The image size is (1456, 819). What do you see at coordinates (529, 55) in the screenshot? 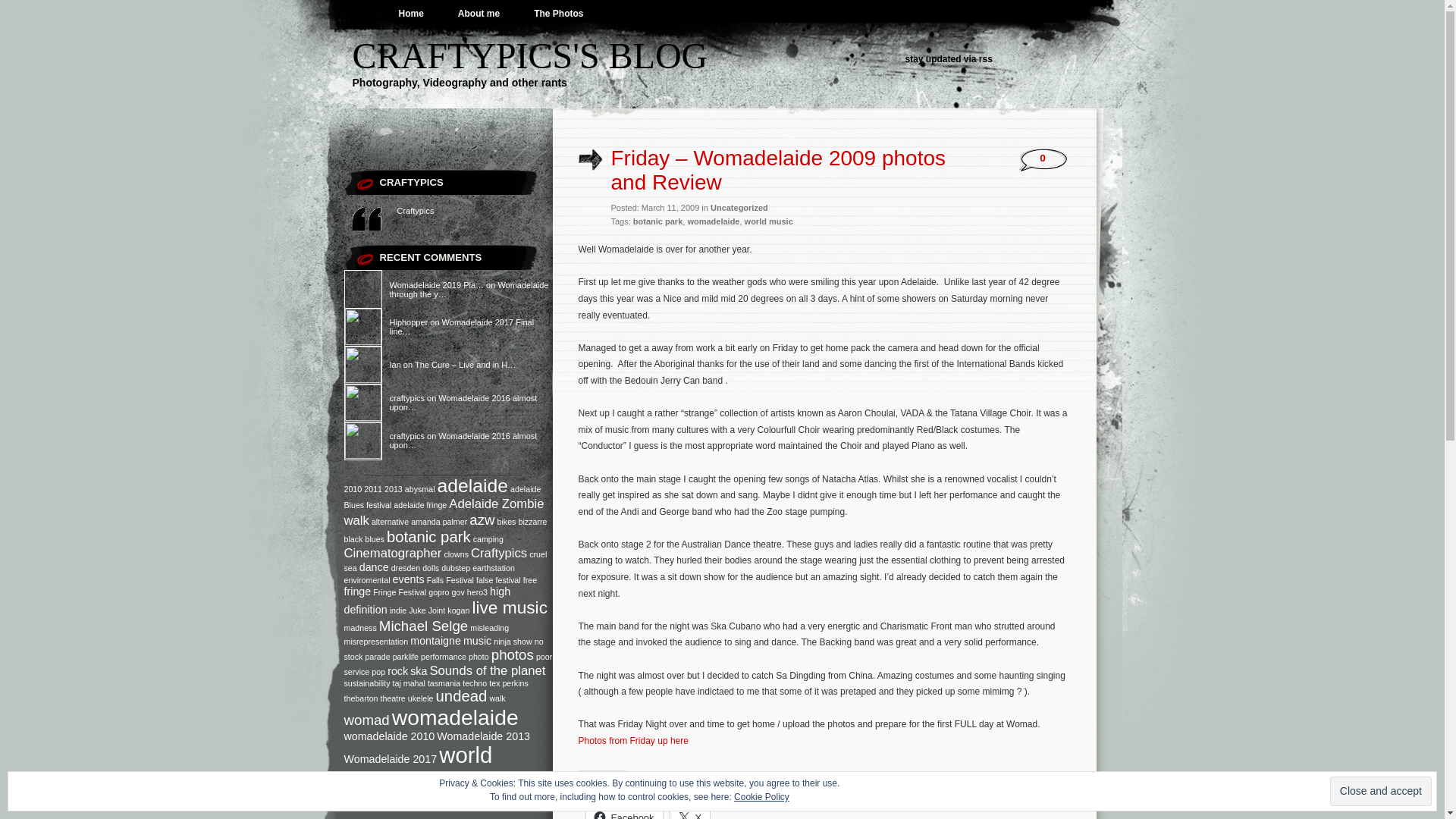
I see `'CRAFTYPICS'S BLOG'` at bounding box center [529, 55].